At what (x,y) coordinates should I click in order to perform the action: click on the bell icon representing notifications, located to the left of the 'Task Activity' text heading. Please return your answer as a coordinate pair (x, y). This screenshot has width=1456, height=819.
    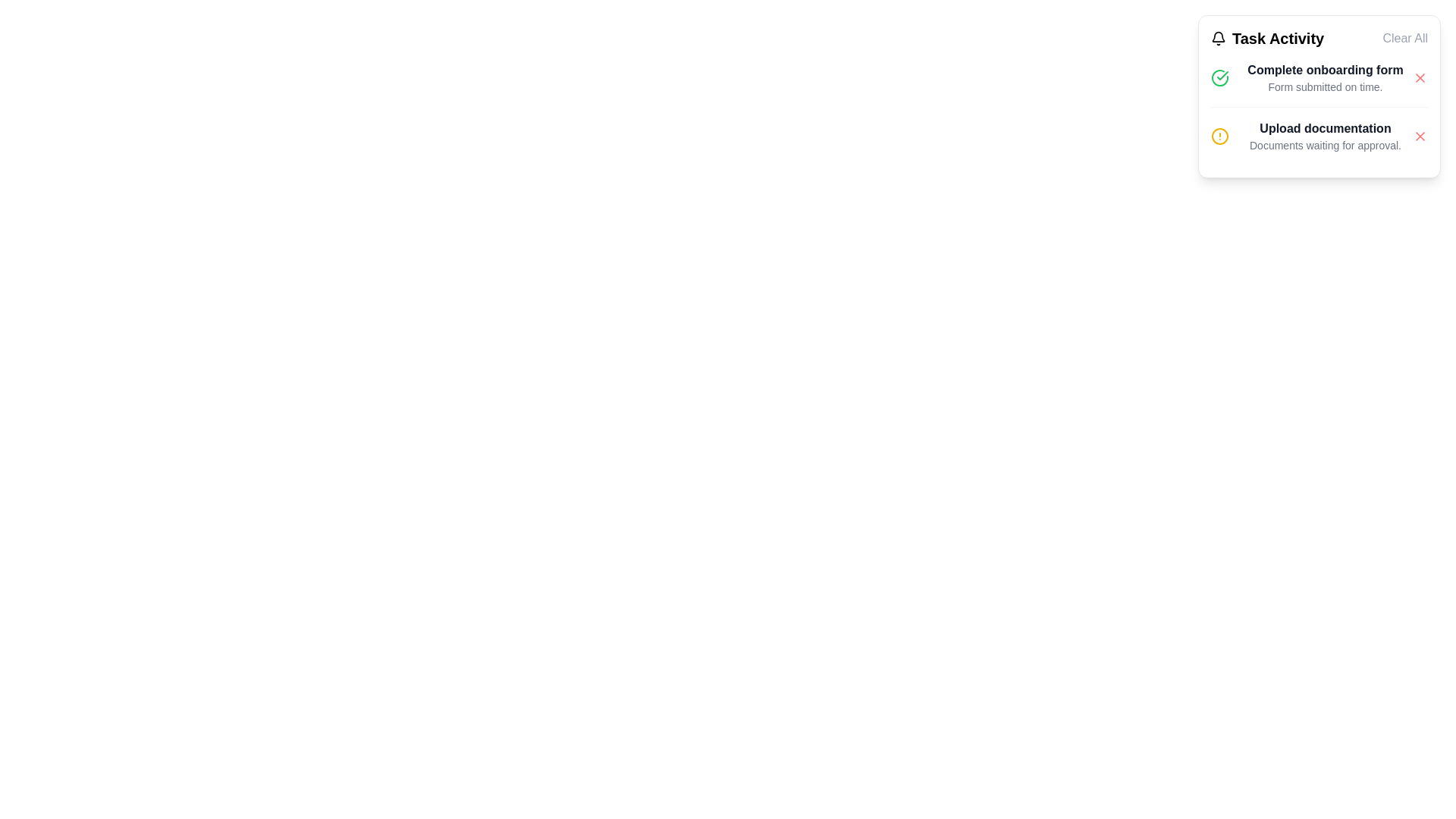
    Looking at the image, I should click on (1219, 37).